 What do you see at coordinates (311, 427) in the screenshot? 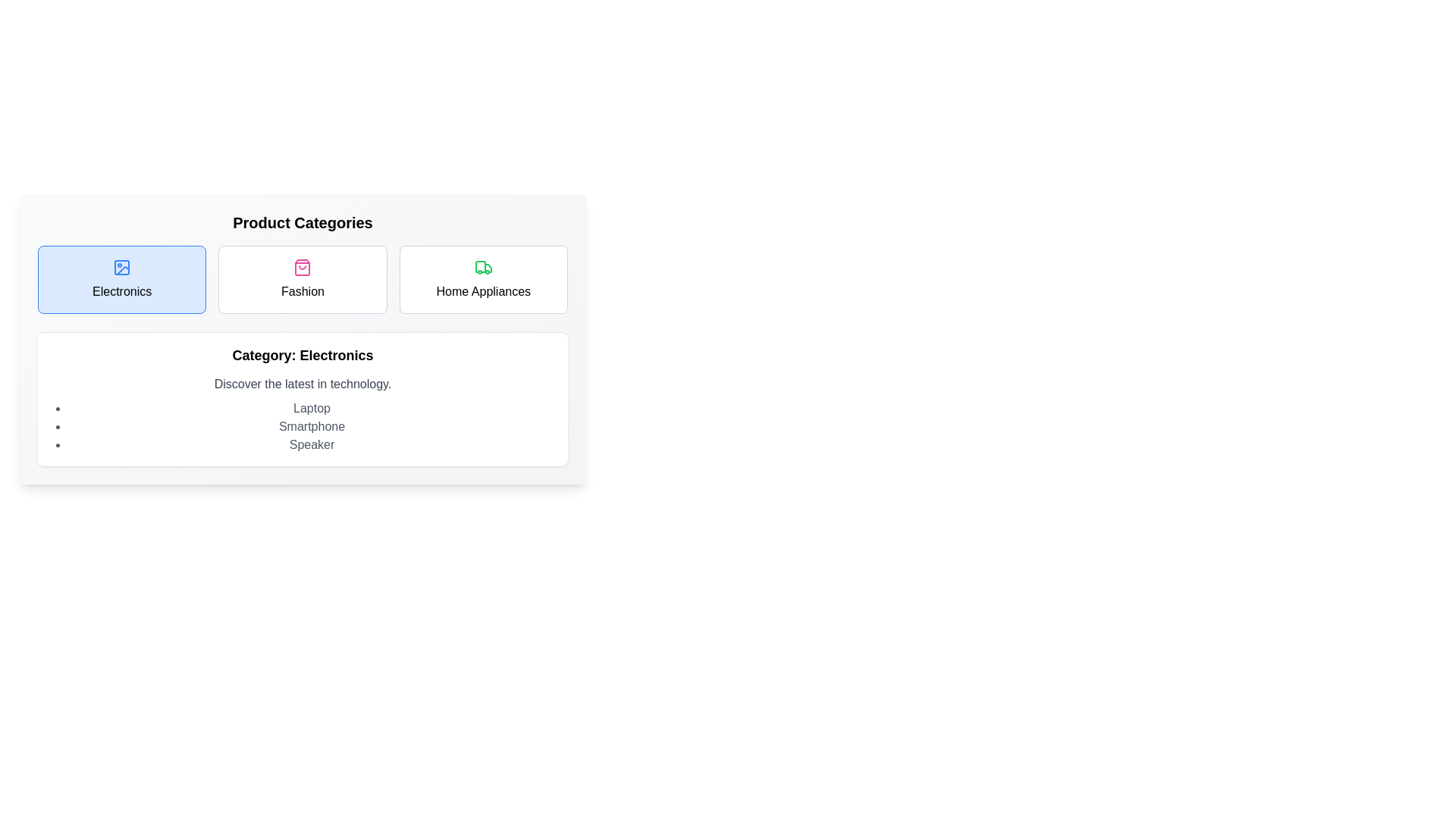
I see `an individual item in the bulleted list of electronic devices located within the 'Category: Electronics' section under the subtitle 'Discover the latest in technology.'` at bounding box center [311, 427].